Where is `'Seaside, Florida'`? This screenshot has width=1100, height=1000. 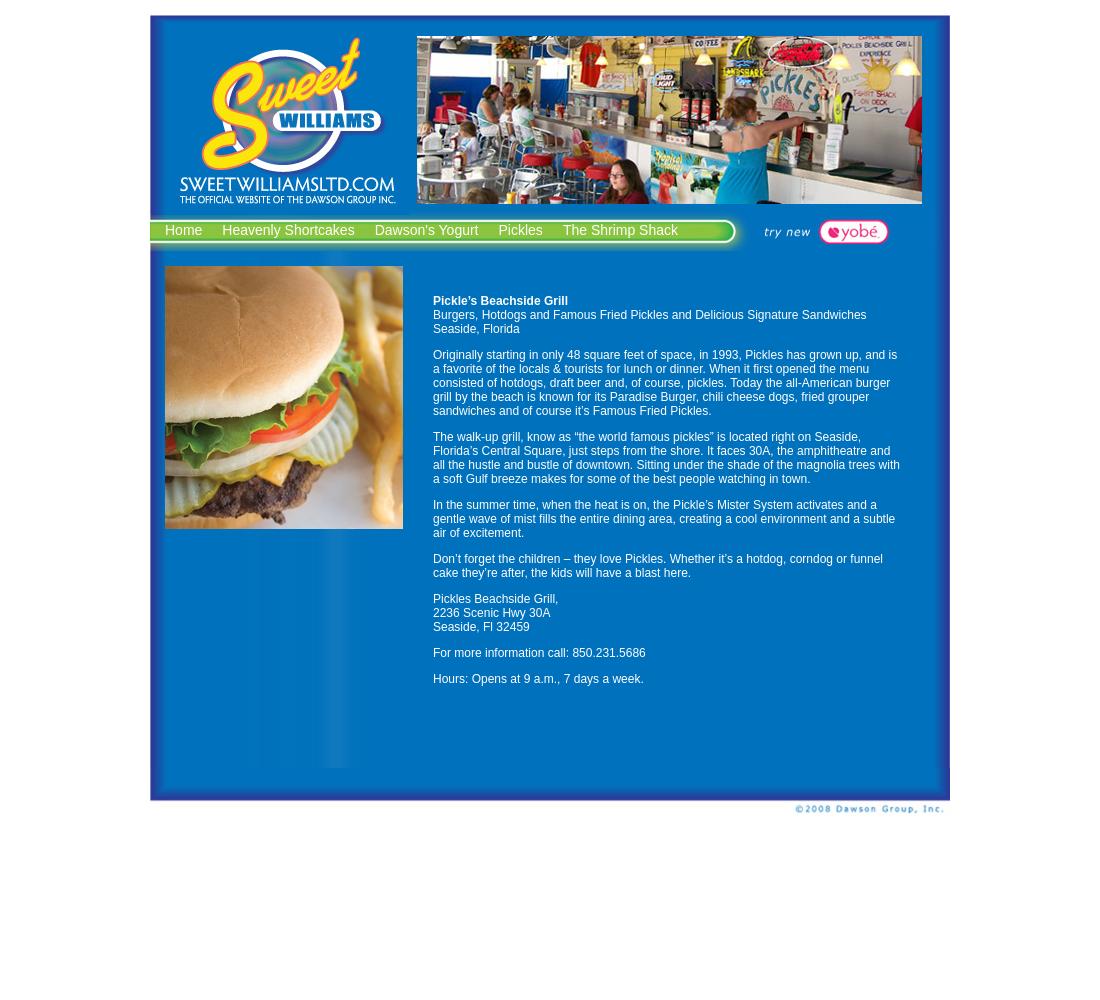 'Seaside, Florida' is located at coordinates (431, 328).